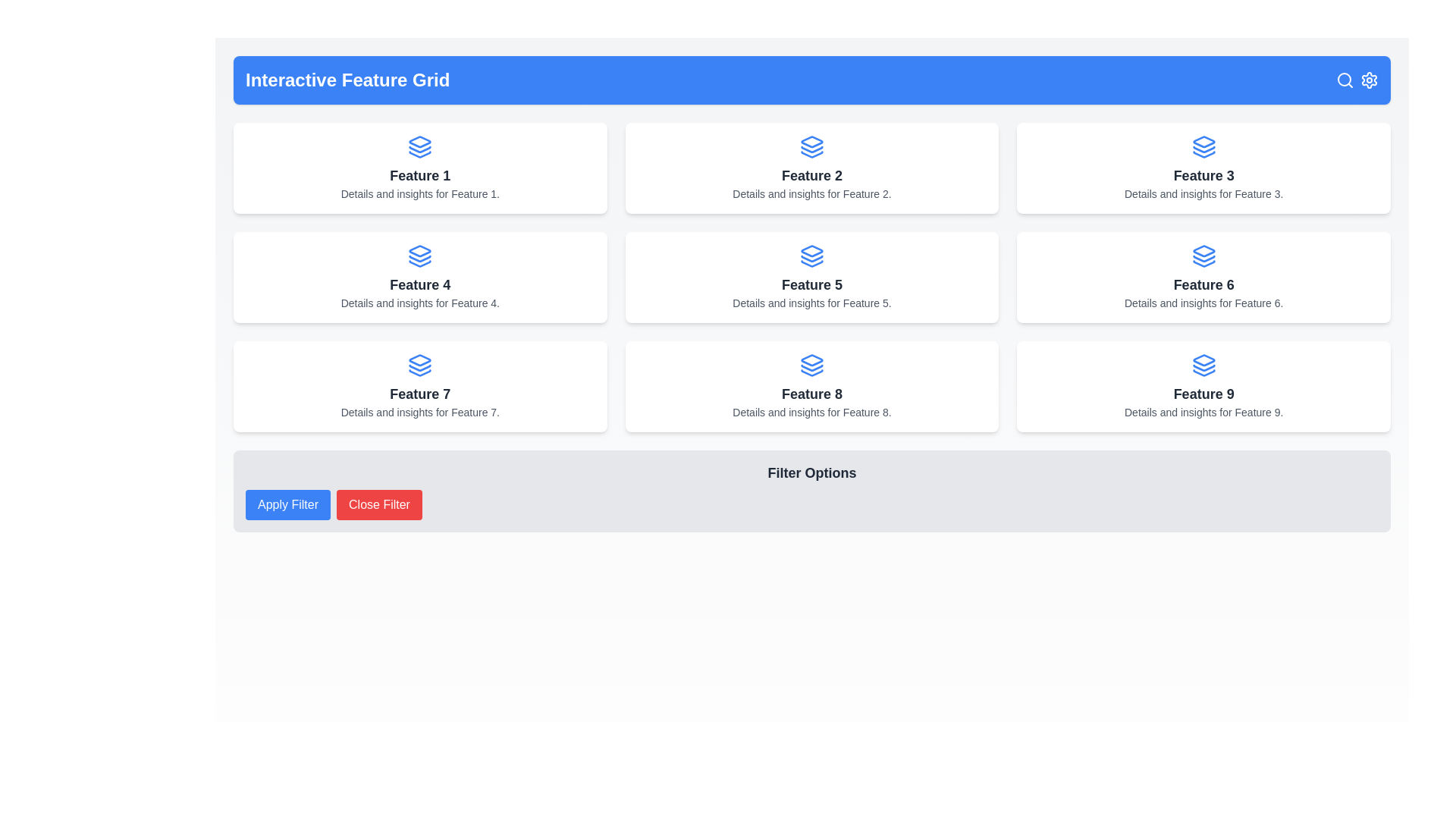  What do you see at coordinates (811, 412) in the screenshot?
I see `the text label containing the phrase 'Details and insights for Feature 8.', which is located within the 'Feature 8' card, the sixth item in the grid layout` at bounding box center [811, 412].